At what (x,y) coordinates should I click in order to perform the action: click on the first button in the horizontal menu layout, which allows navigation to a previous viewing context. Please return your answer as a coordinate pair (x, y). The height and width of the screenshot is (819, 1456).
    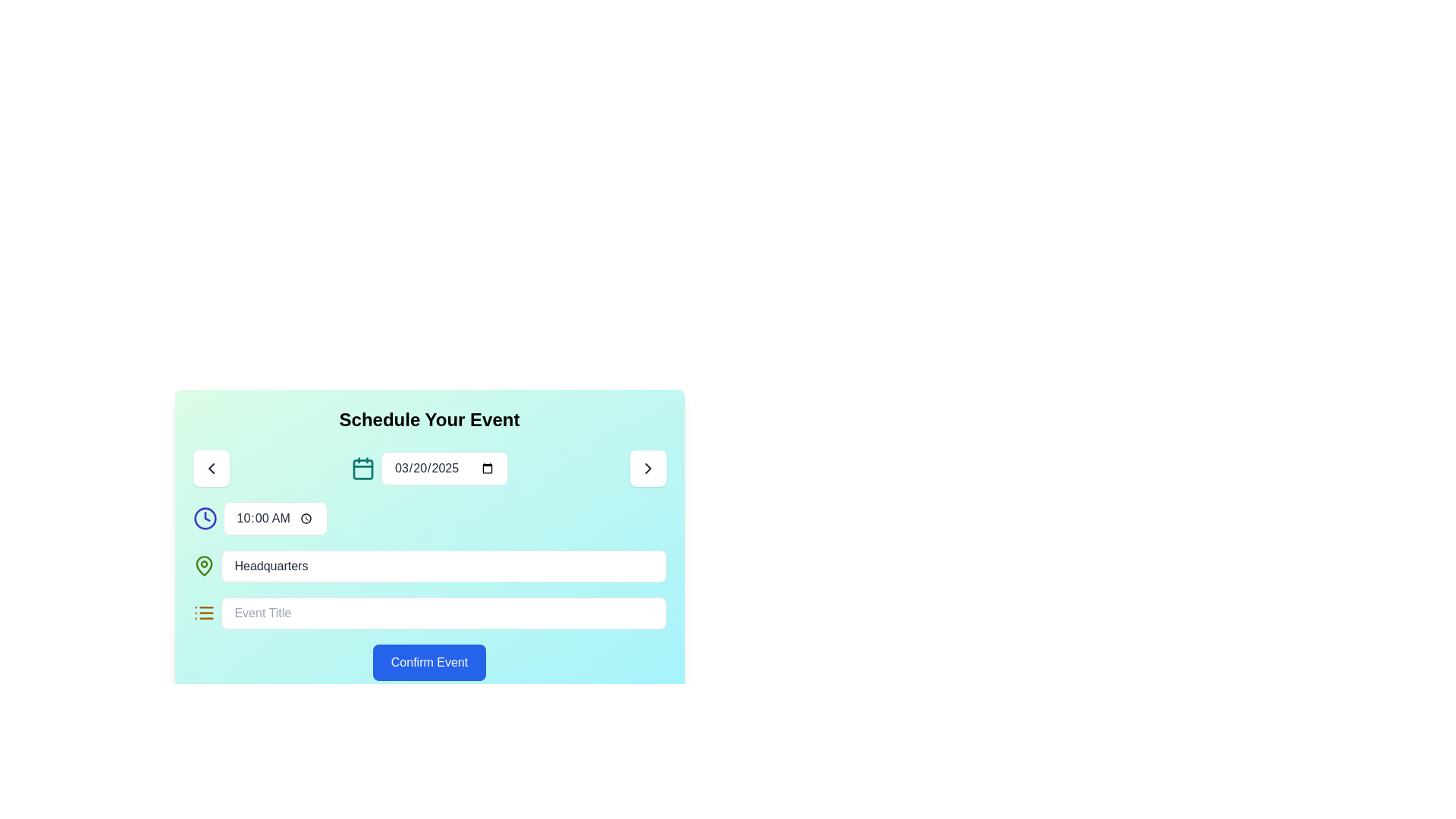
    Looking at the image, I should click on (210, 467).